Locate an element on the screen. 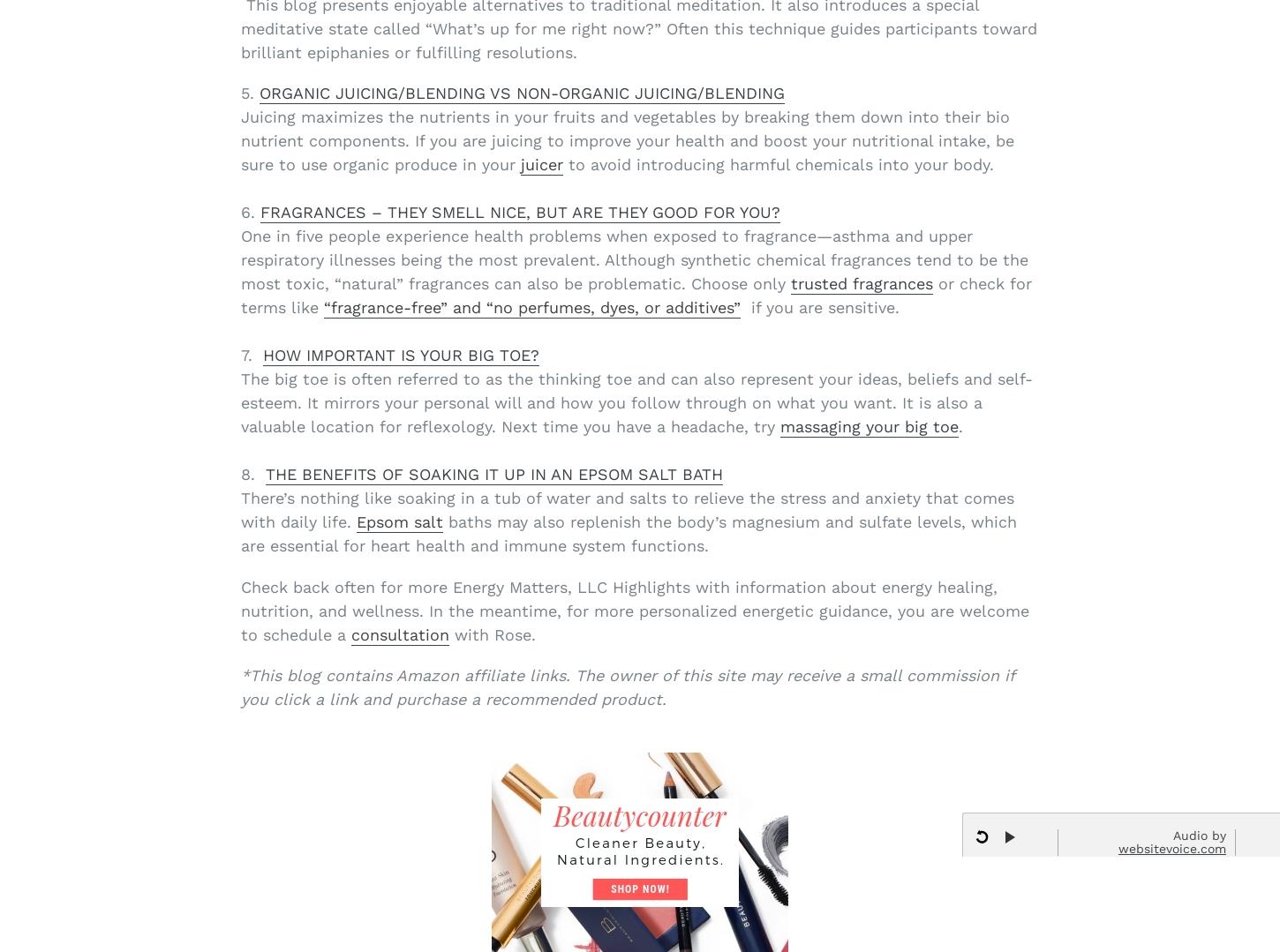 The height and width of the screenshot is (952, 1280). '“fragrance-free” and “no perfumes, dyes, or additives”' is located at coordinates (532, 307).